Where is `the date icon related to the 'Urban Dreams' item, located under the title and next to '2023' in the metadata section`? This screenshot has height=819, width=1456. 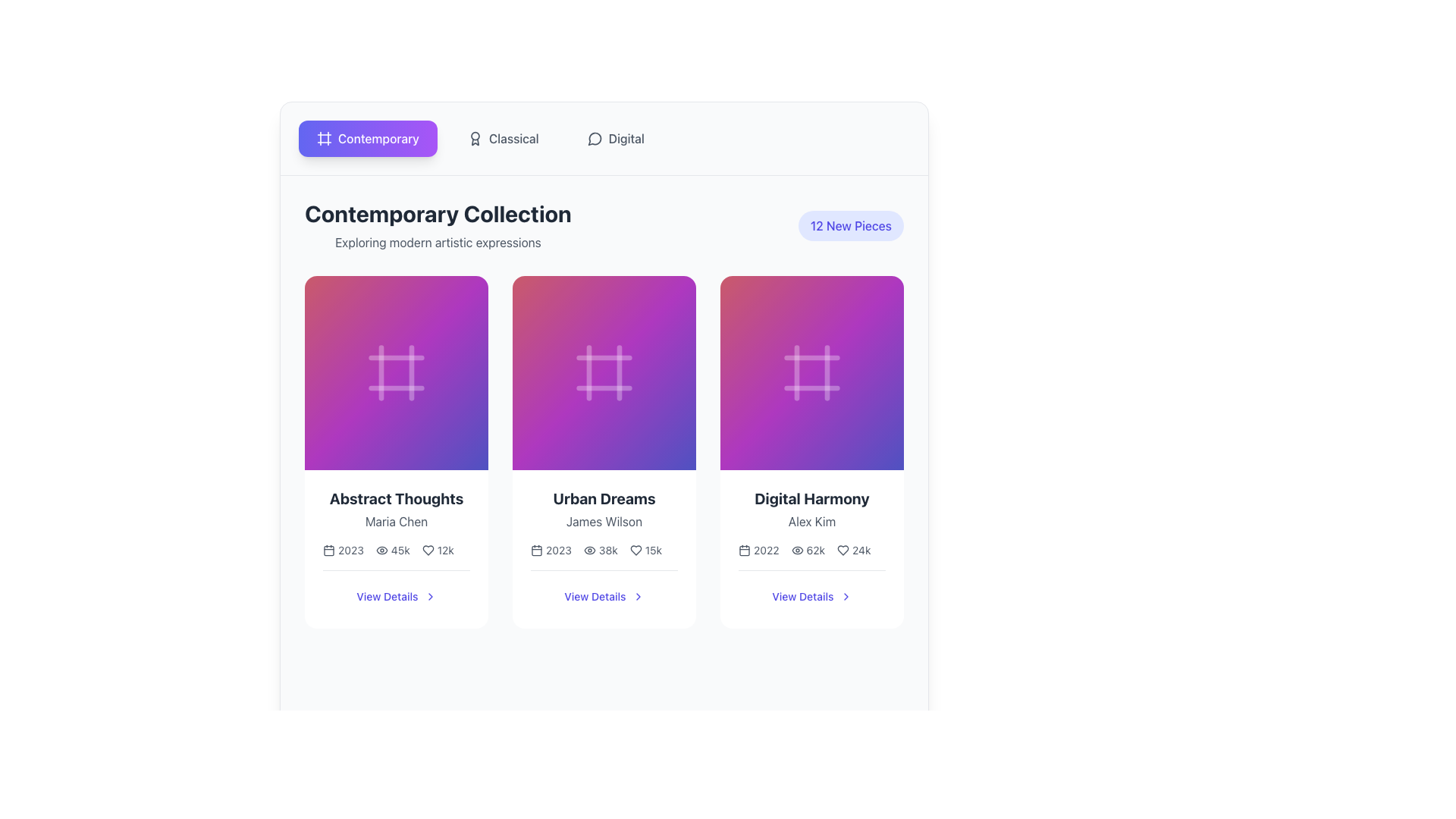
the date icon related to the 'Urban Dreams' item, located under the title and next to '2023' in the metadata section is located at coordinates (537, 550).